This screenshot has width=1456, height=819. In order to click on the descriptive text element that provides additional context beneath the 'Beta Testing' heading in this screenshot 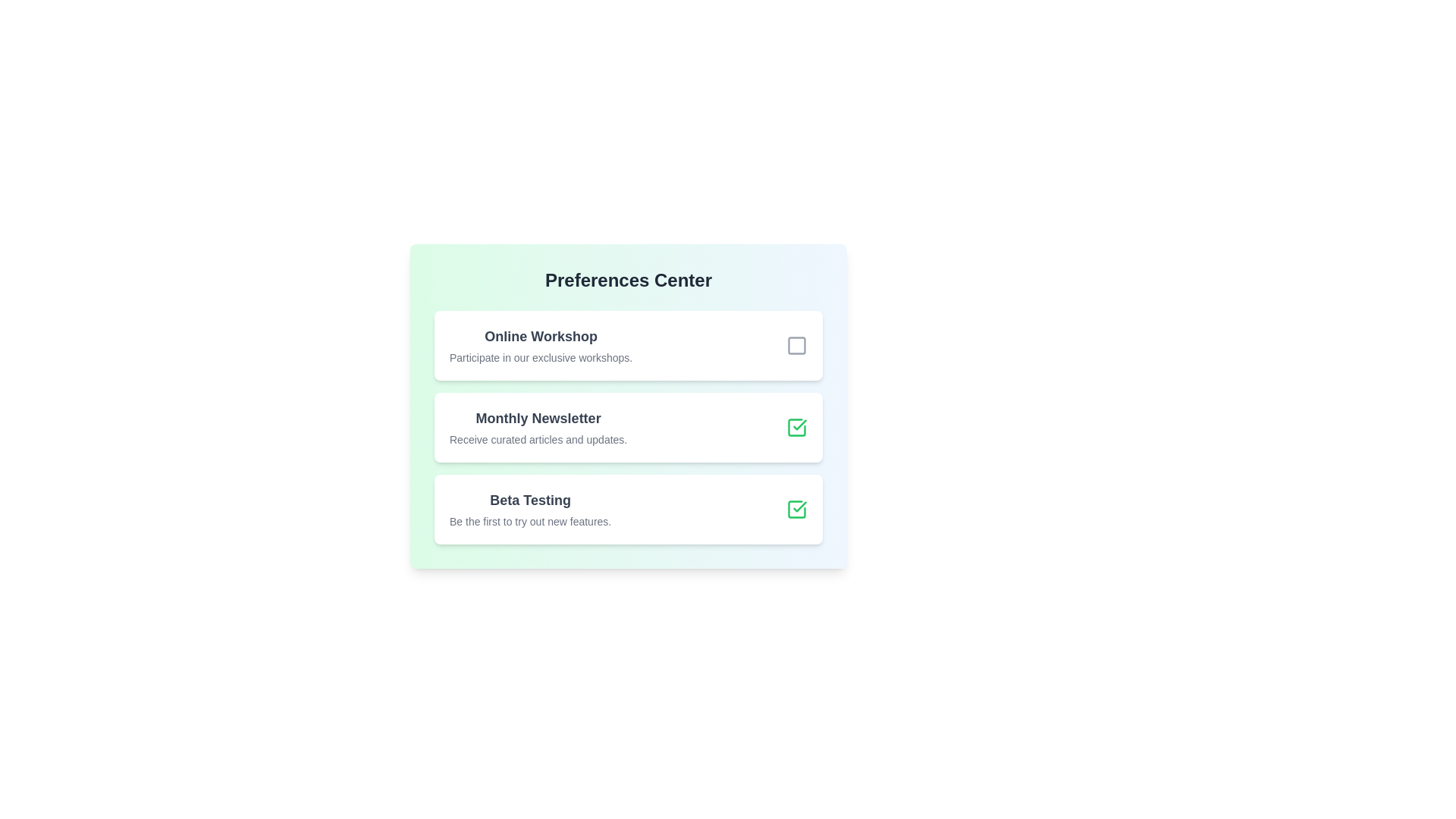, I will do `click(530, 520)`.